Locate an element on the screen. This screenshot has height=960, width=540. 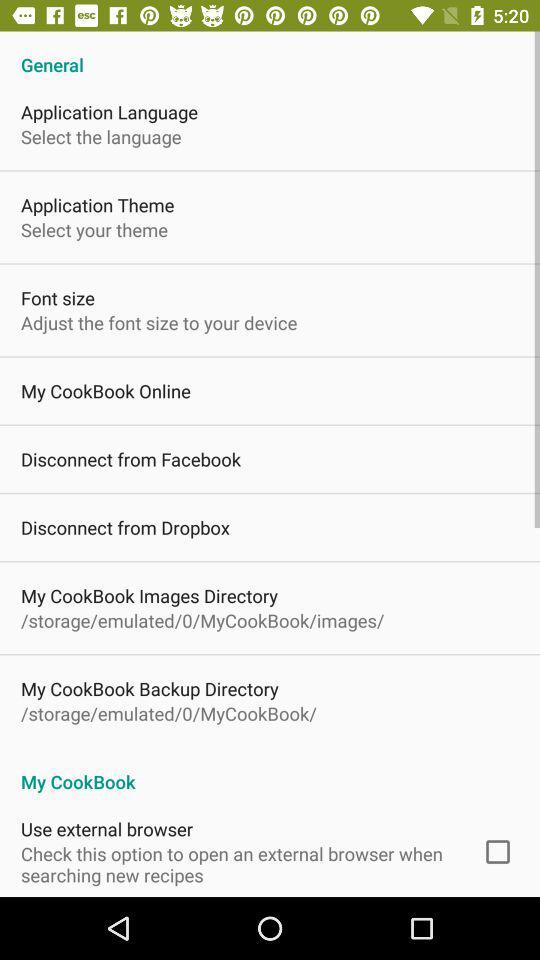
select the language icon is located at coordinates (100, 135).